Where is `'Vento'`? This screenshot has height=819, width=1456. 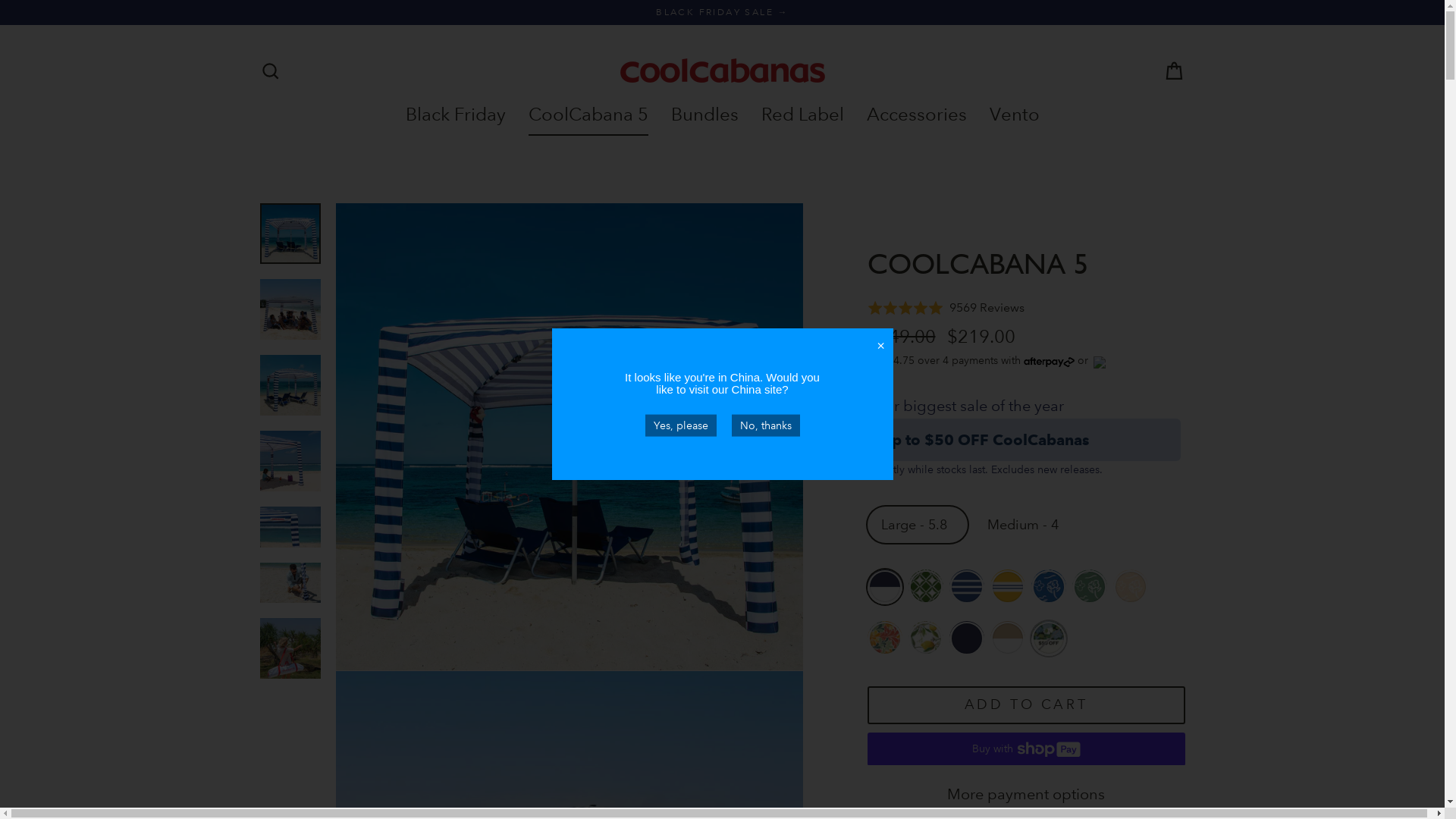
'Vento' is located at coordinates (1015, 113).